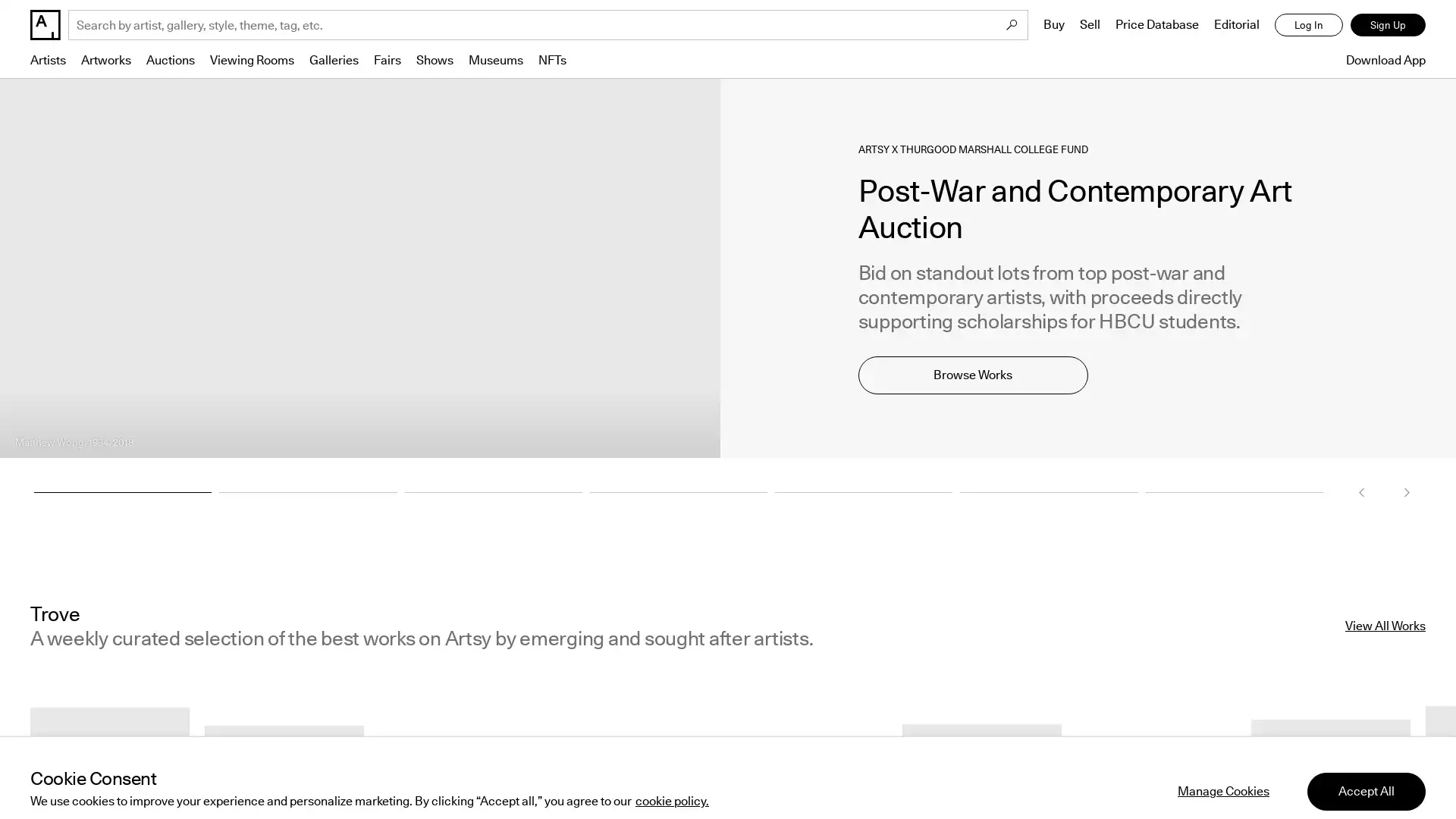  I want to click on Manage Cookies, so click(1223, 769).